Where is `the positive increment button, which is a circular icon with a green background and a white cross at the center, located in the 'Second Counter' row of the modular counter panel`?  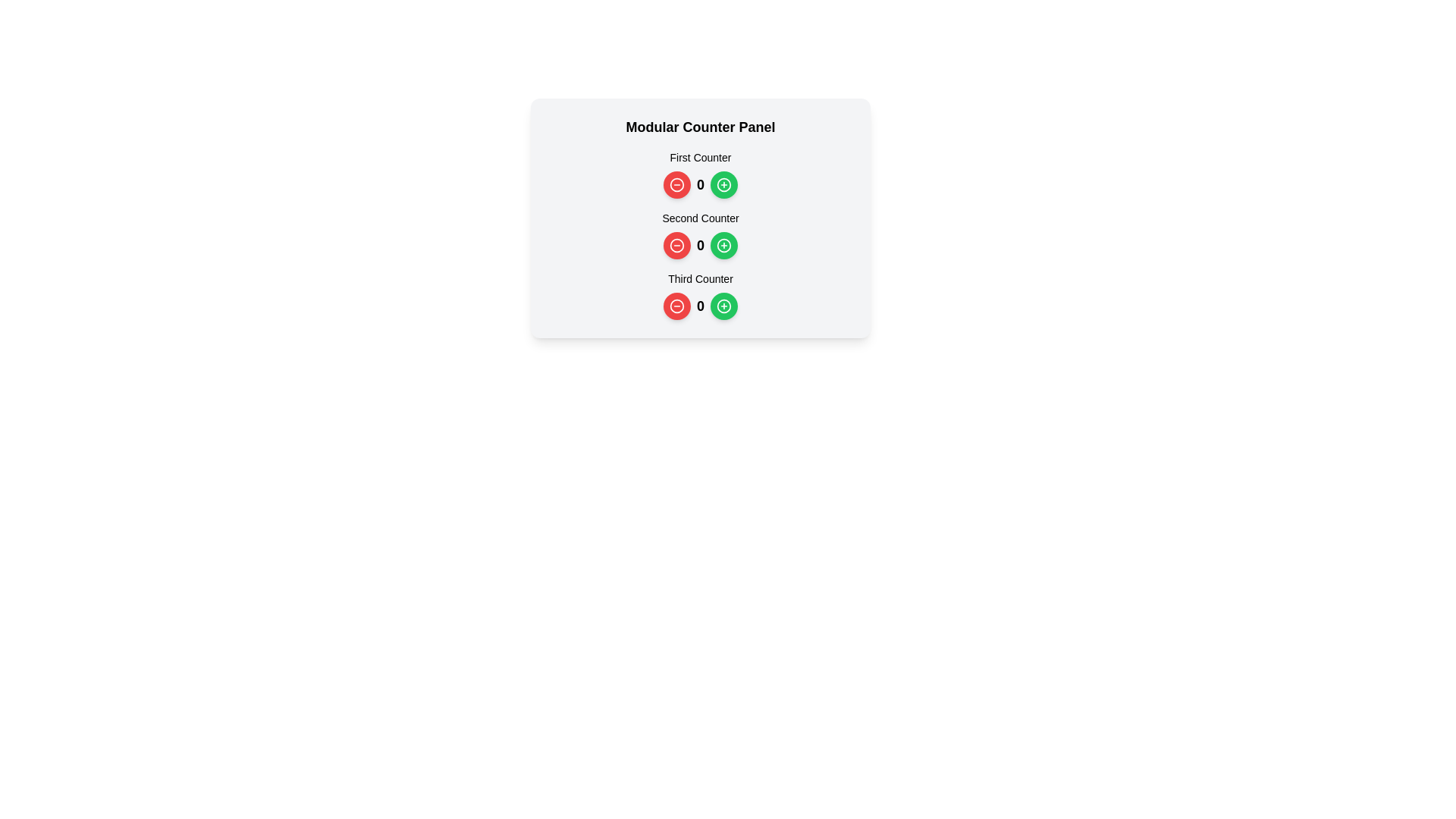
the positive increment button, which is a circular icon with a green background and a white cross at the center, located in the 'Second Counter' row of the modular counter panel is located at coordinates (723, 245).